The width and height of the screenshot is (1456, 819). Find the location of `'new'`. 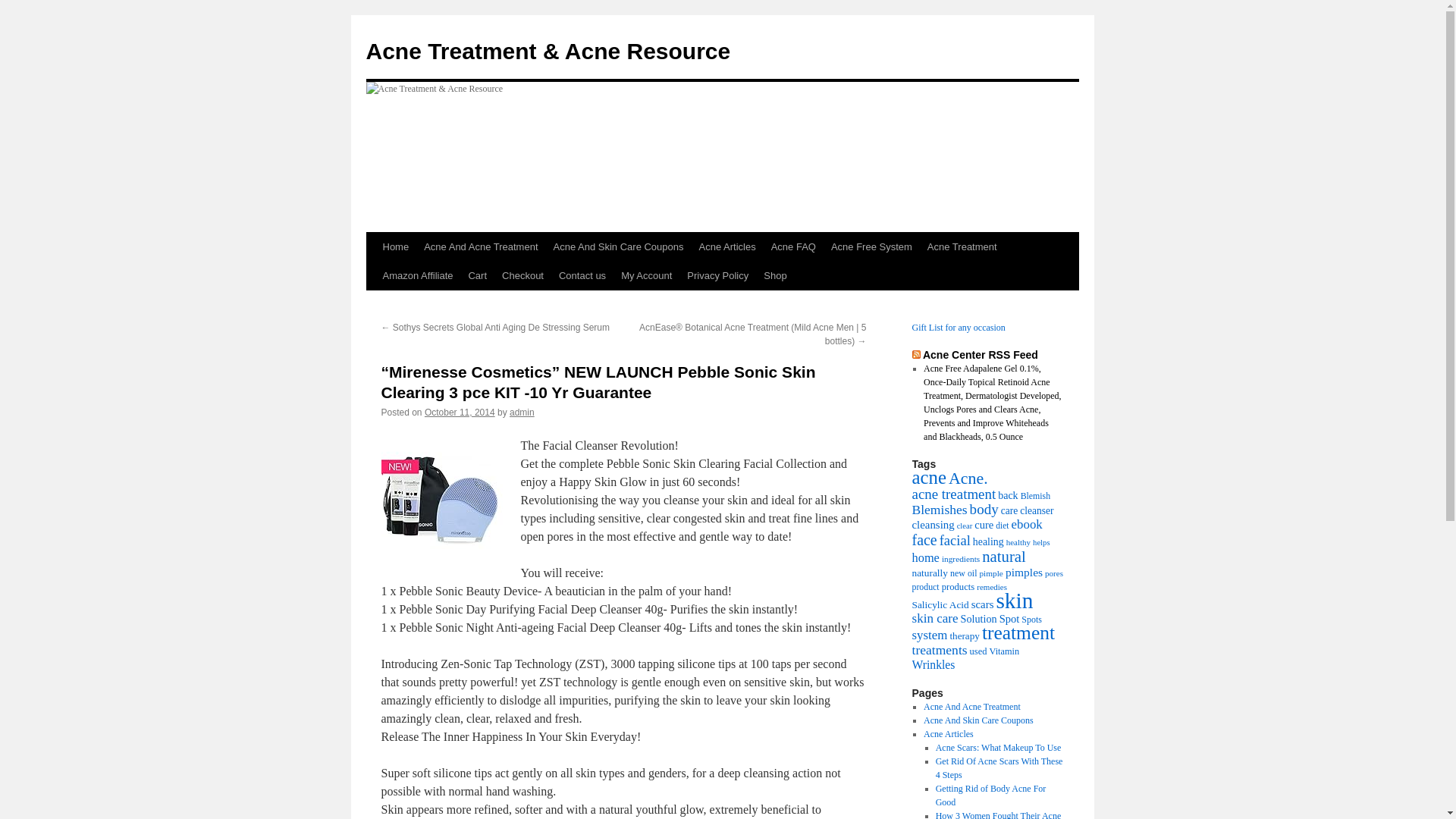

'new' is located at coordinates (956, 573).